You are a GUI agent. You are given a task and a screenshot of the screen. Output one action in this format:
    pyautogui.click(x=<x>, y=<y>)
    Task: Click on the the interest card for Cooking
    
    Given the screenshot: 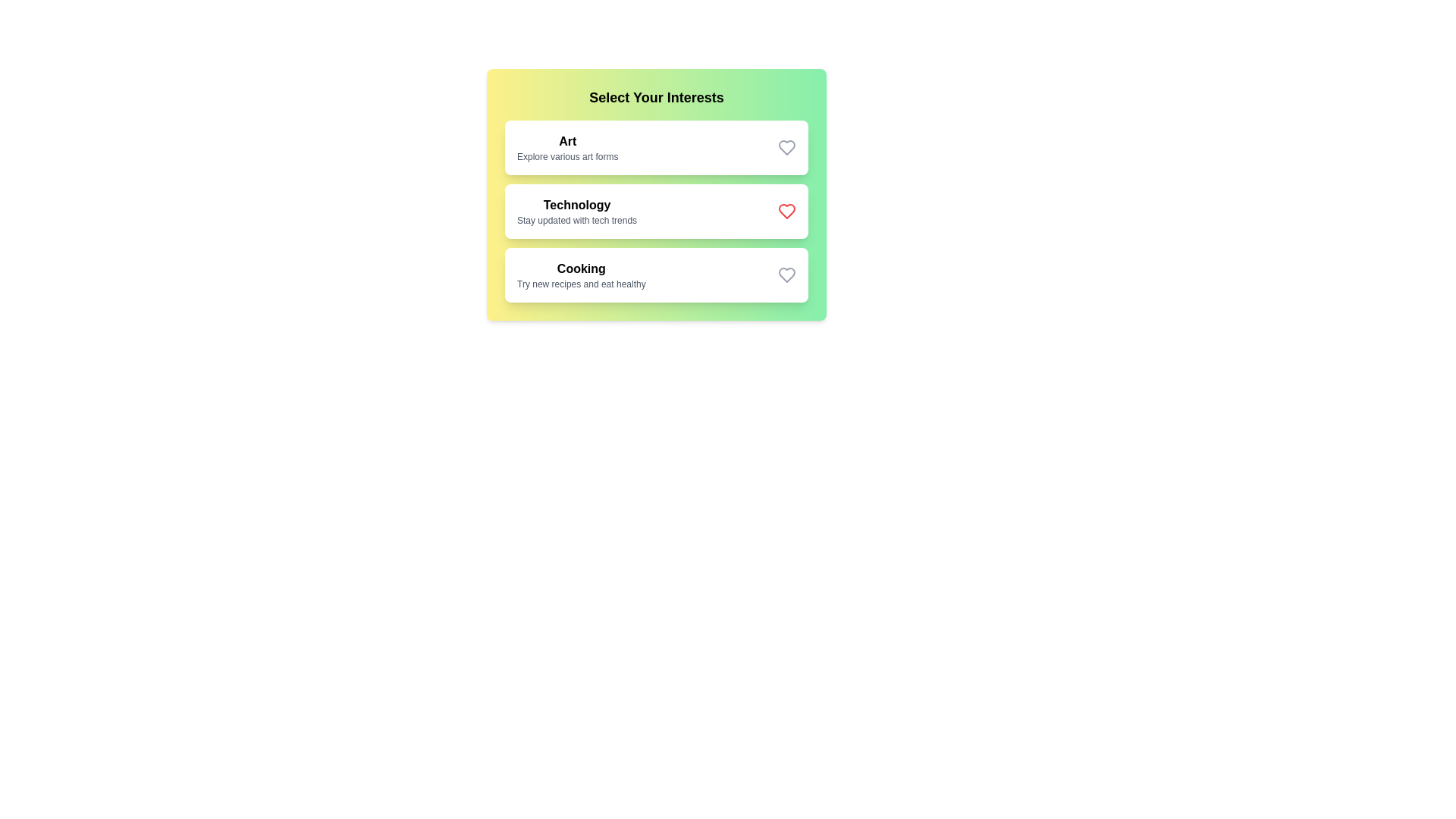 What is the action you would take?
    pyautogui.click(x=656, y=275)
    